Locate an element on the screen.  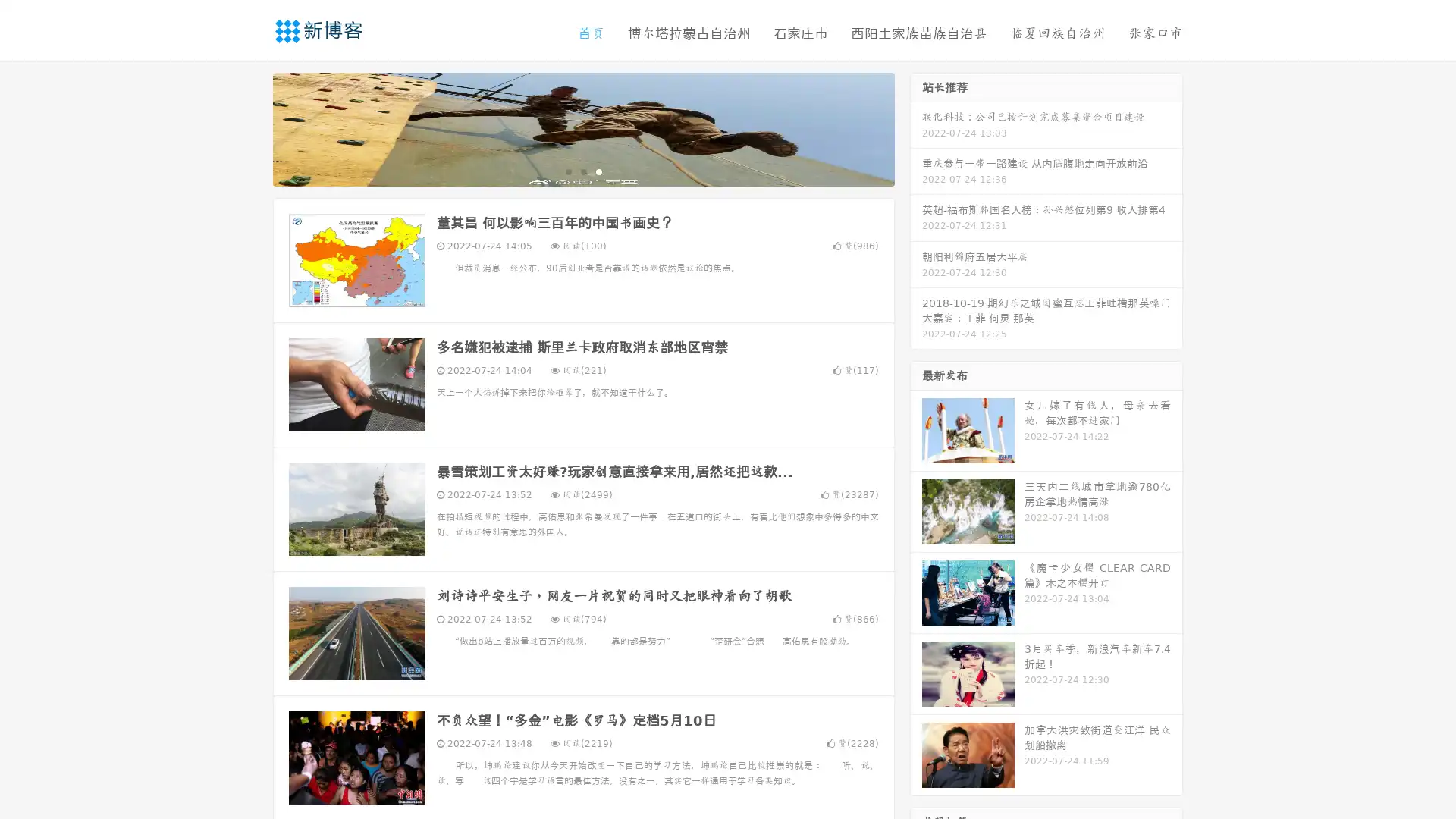
Previous slide is located at coordinates (250, 127).